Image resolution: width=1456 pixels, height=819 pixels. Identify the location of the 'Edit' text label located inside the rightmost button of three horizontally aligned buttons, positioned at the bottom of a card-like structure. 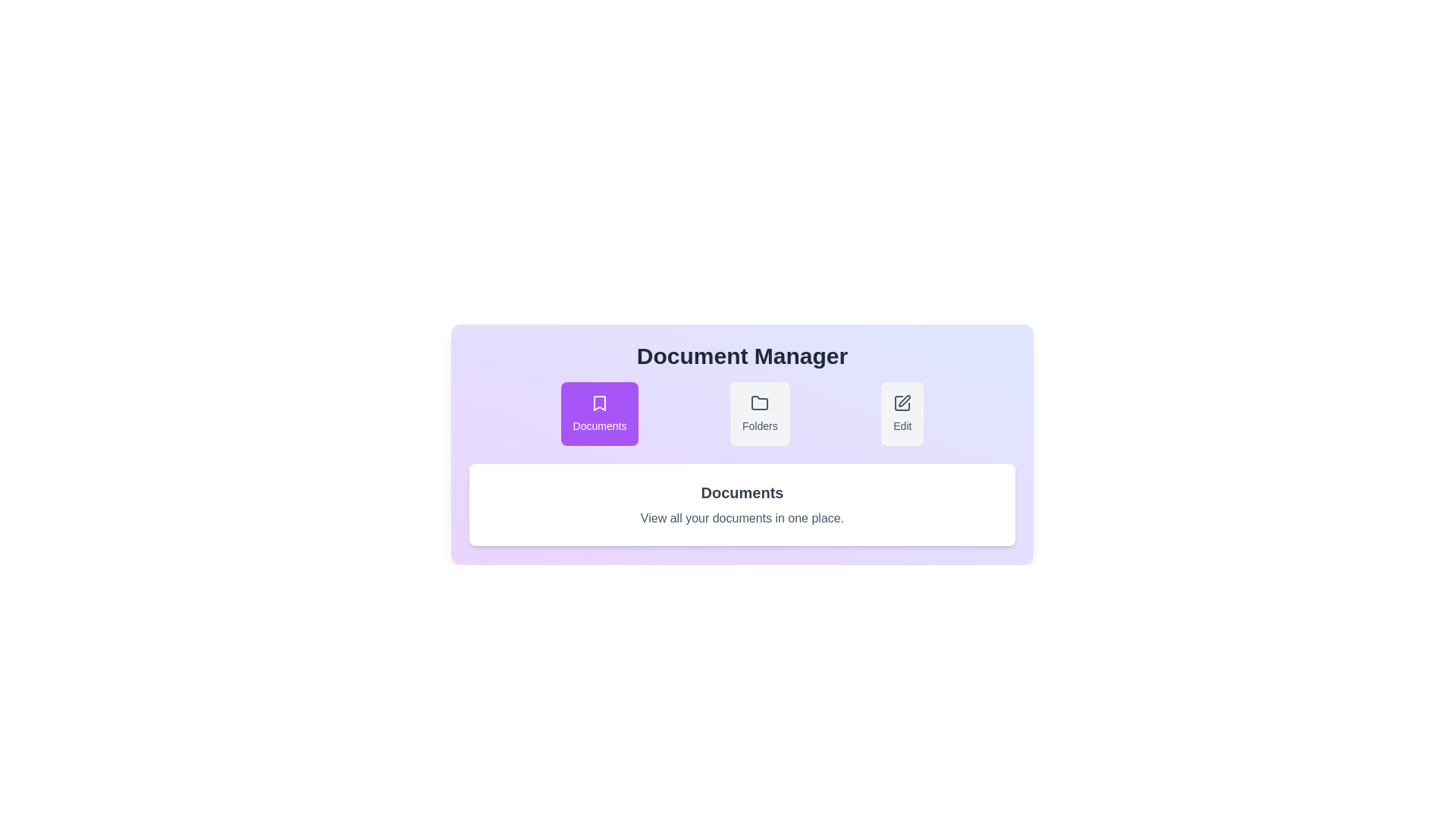
(902, 426).